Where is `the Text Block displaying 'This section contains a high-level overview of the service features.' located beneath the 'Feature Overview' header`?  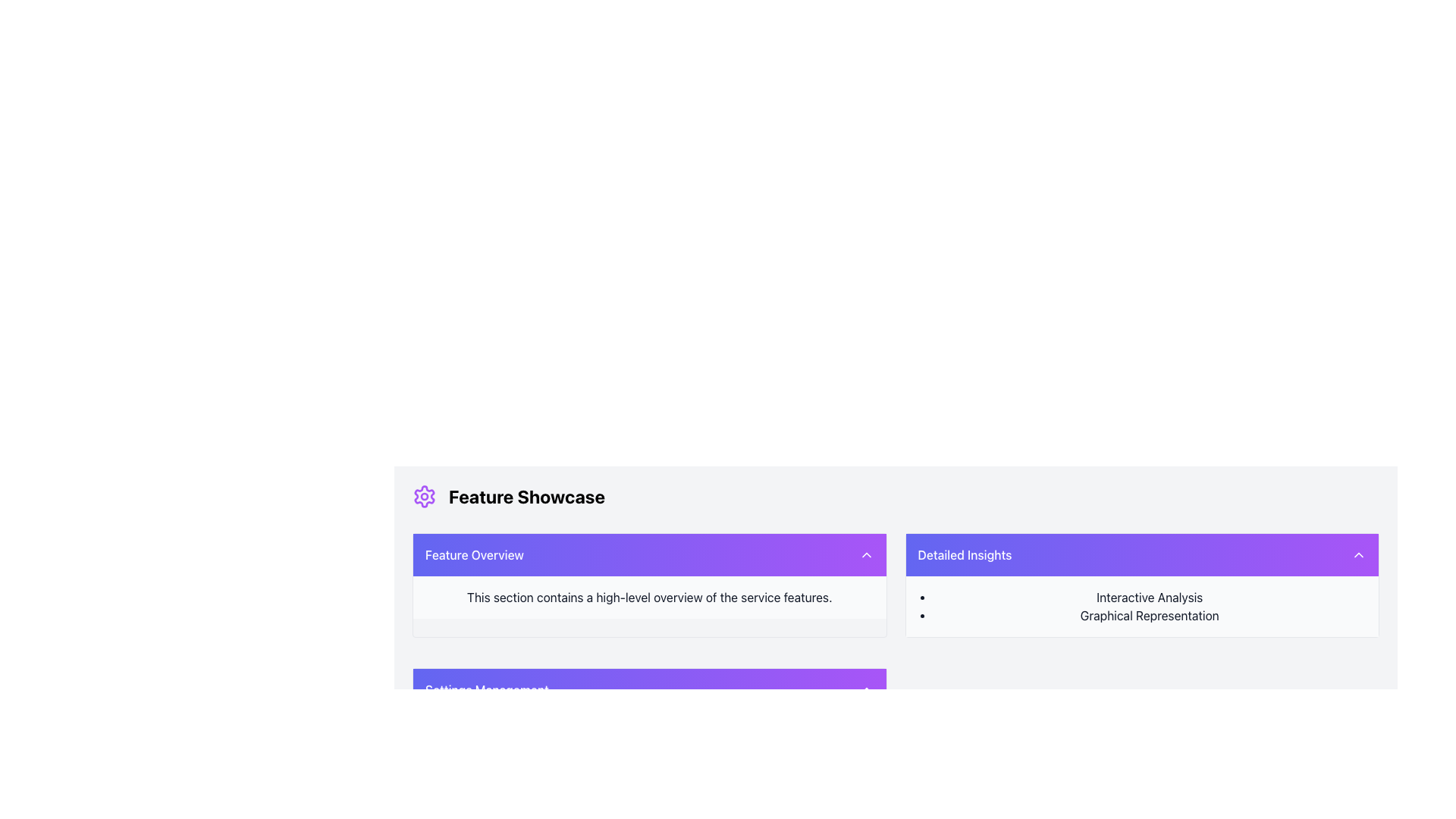
the Text Block displaying 'This section contains a high-level overview of the service features.' located beneath the 'Feature Overview' header is located at coordinates (649, 596).